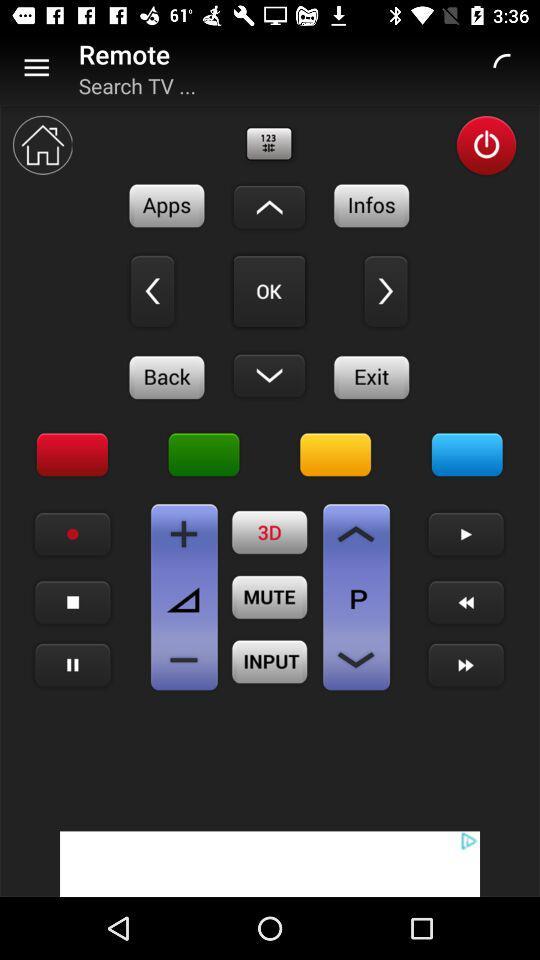 The image size is (540, 960). I want to click on mute sound button, so click(270, 597).